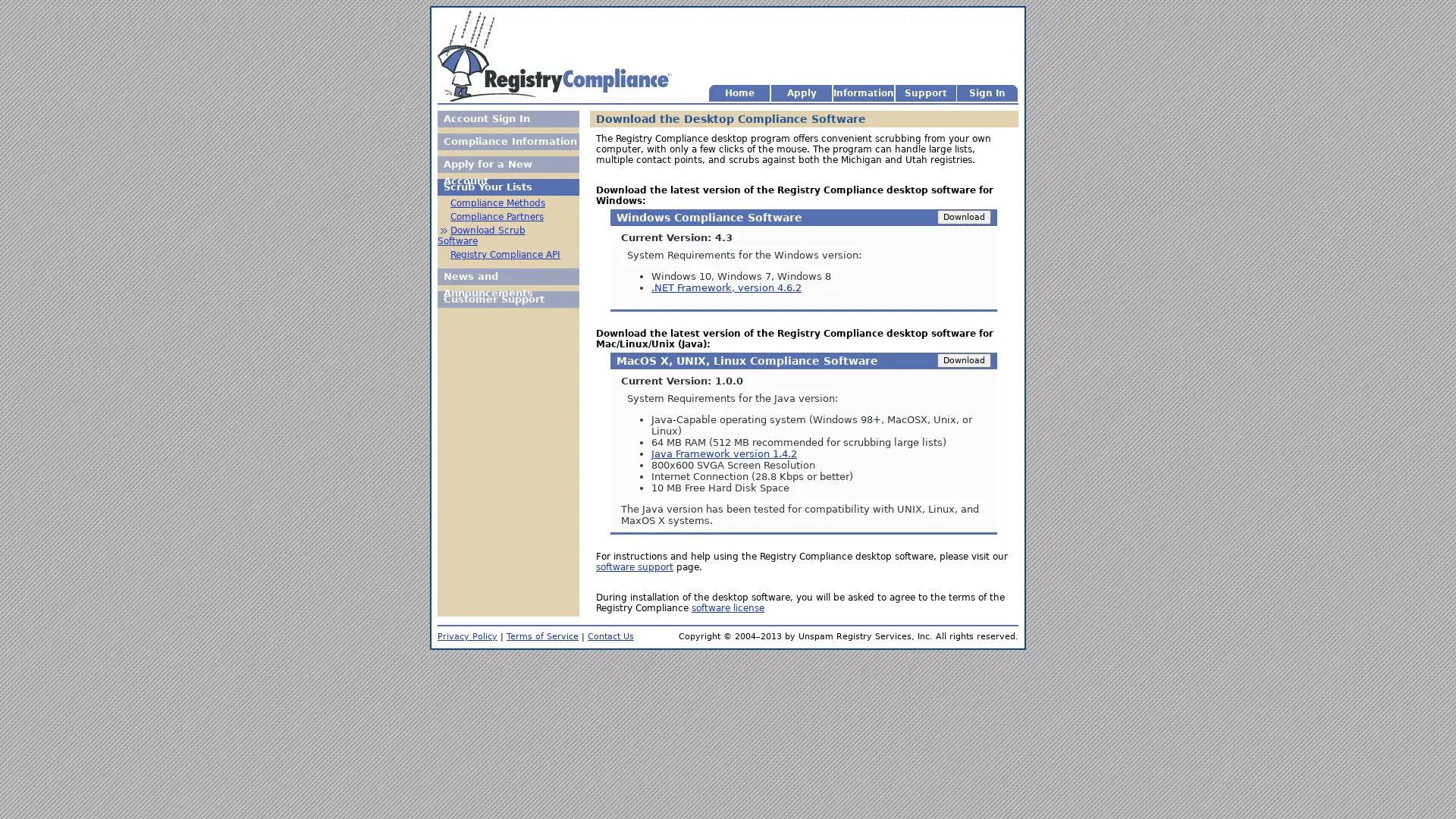 The width and height of the screenshot is (1456, 819). What do you see at coordinates (963, 360) in the screenshot?
I see `Download` at bounding box center [963, 360].